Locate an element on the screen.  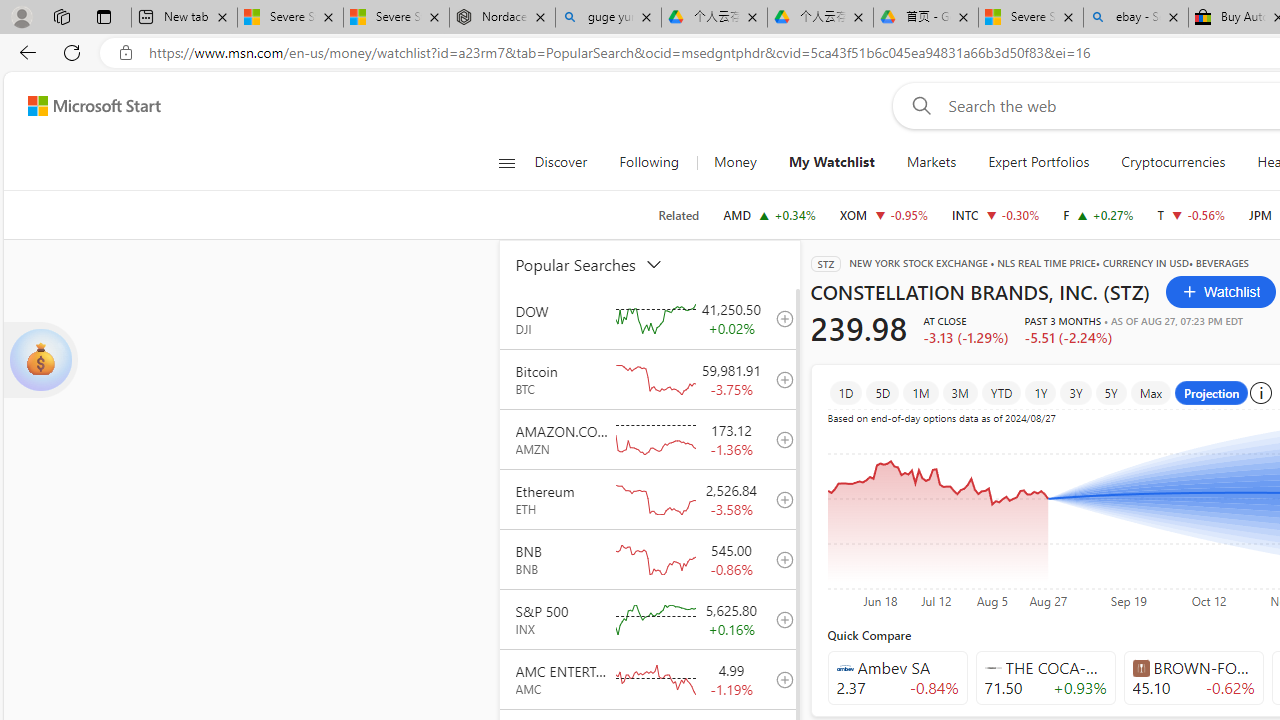
'3M' is located at coordinates (960, 392).